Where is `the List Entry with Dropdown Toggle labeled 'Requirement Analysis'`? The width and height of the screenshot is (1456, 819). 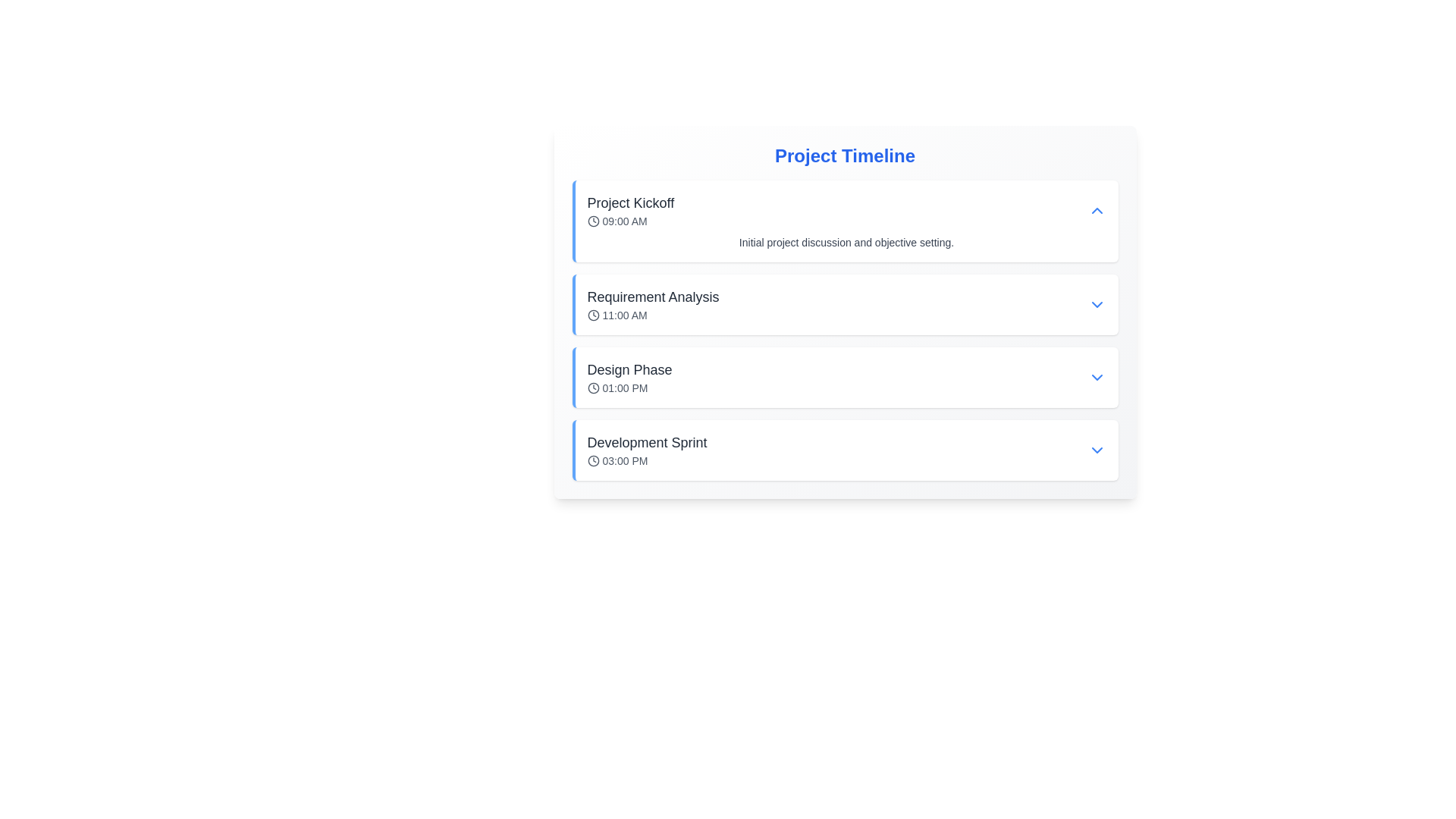
the List Entry with Dropdown Toggle labeled 'Requirement Analysis' is located at coordinates (846, 304).